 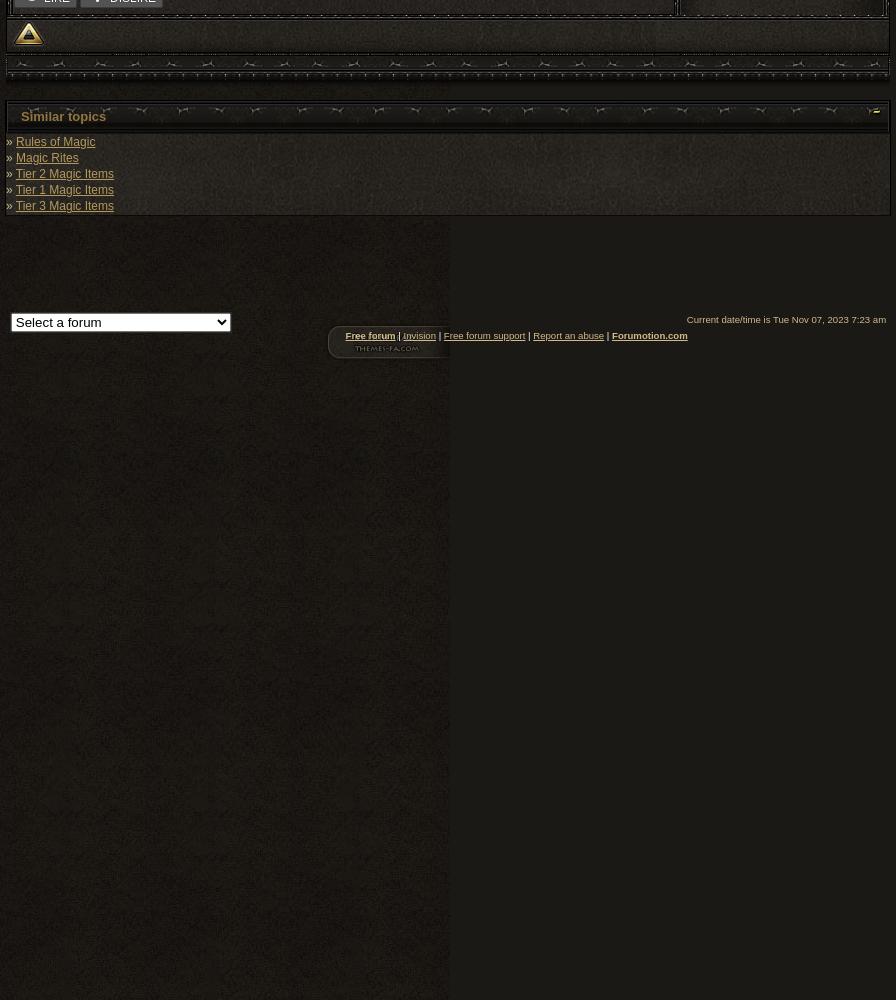 What do you see at coordinates (369, 333) in the screenshot?
I see `'Free forum'` at bounding box center [369, 333].